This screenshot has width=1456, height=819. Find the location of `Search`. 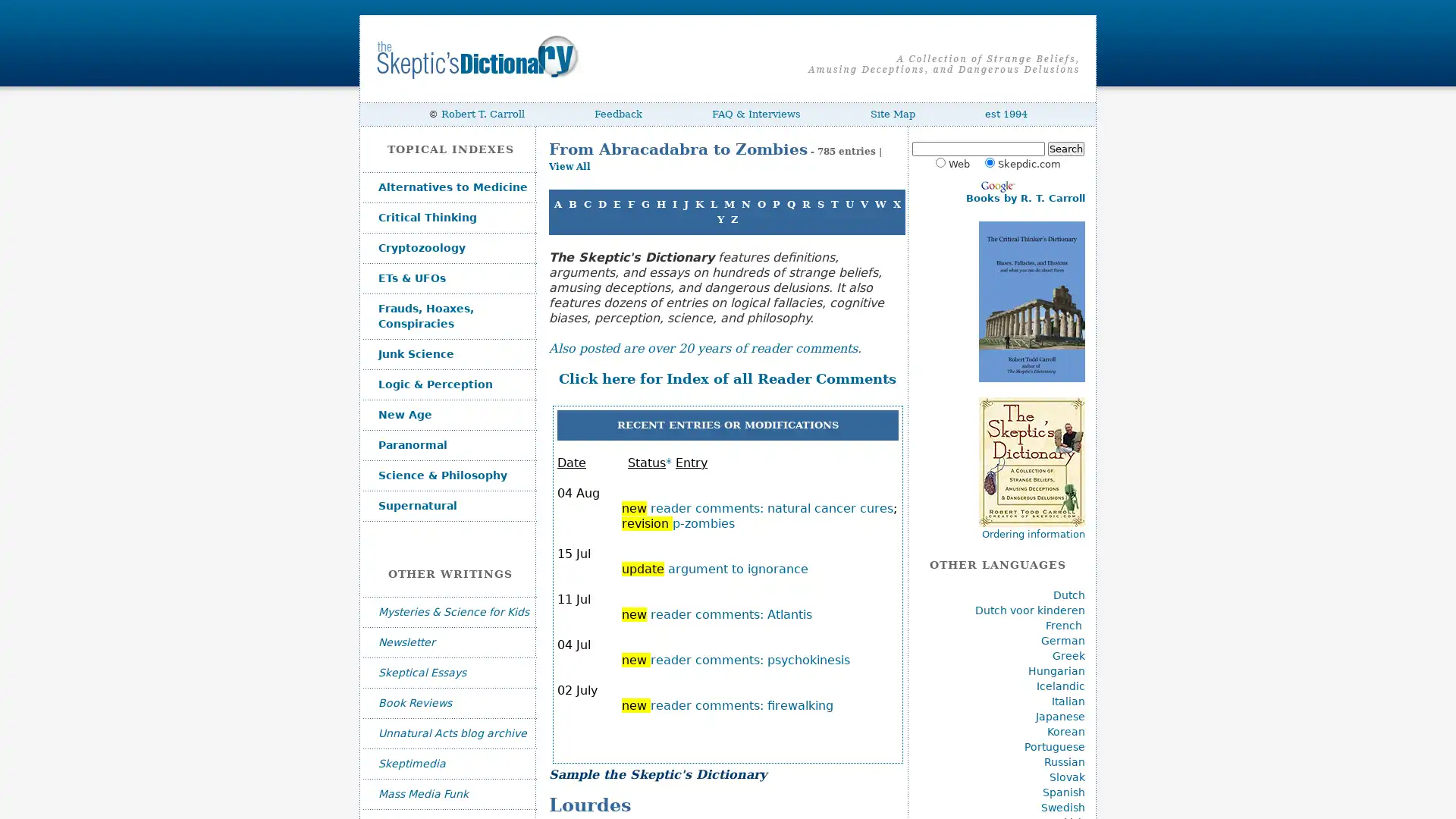

Search is located at coordinates (1065, 149).